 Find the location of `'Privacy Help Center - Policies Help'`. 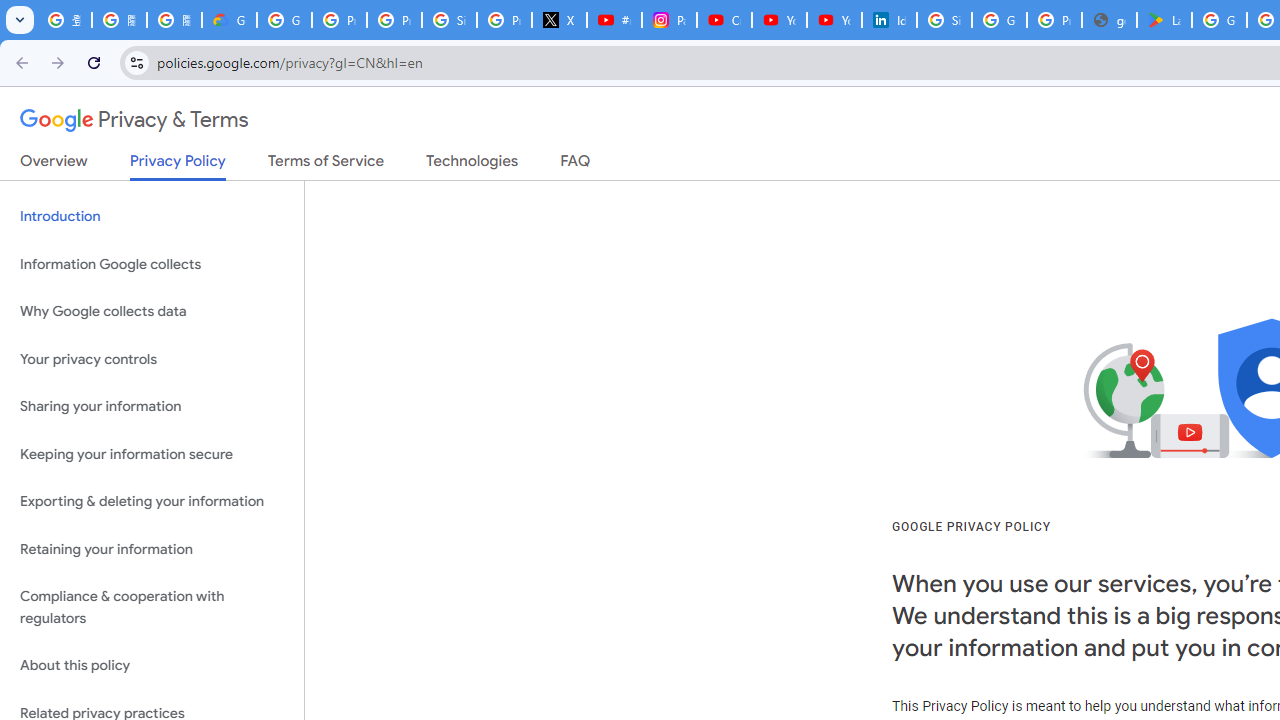

'Privacy Help Center - Policies Help' is located at coordinates (394, 20).